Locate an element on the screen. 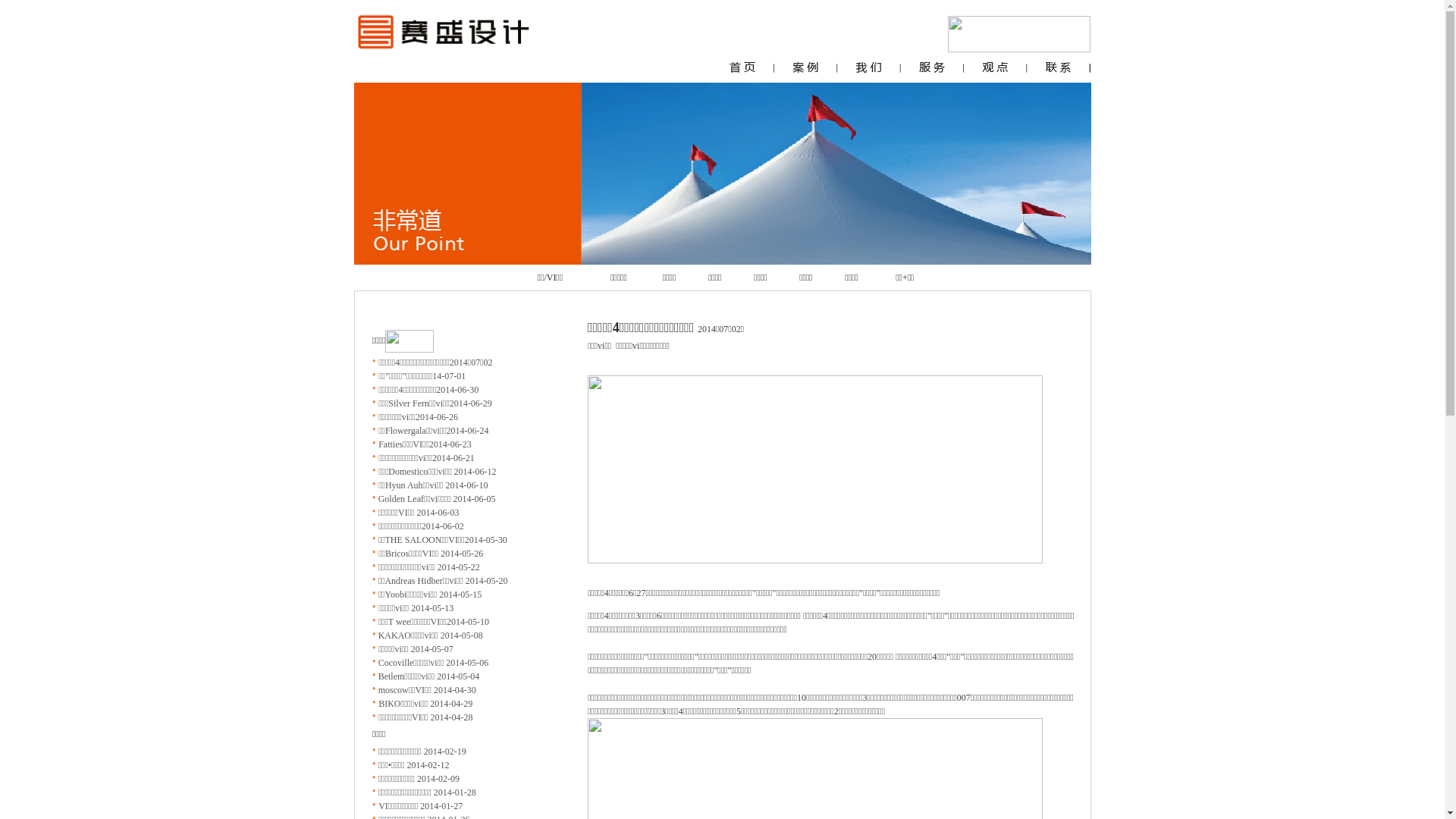 Image resolution: width=1456 pixels, height=819 pixels. '2014-06-23' is located at coordinates (428, 444).